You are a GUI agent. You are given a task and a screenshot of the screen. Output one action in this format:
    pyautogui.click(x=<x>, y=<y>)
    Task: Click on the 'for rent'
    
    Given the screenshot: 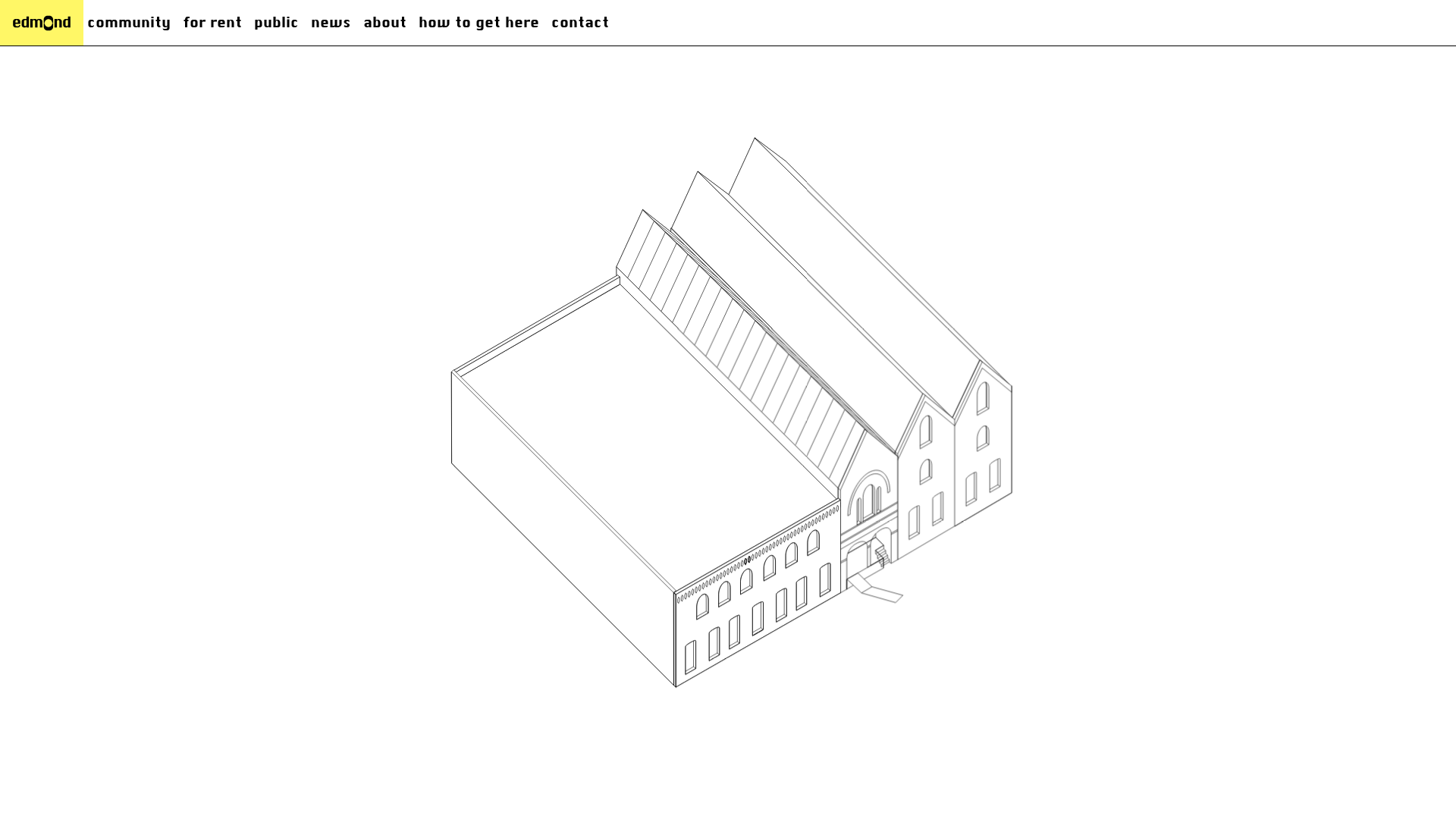 What is the action you would take?
    pyautogui.click(x=211, y=23)
    